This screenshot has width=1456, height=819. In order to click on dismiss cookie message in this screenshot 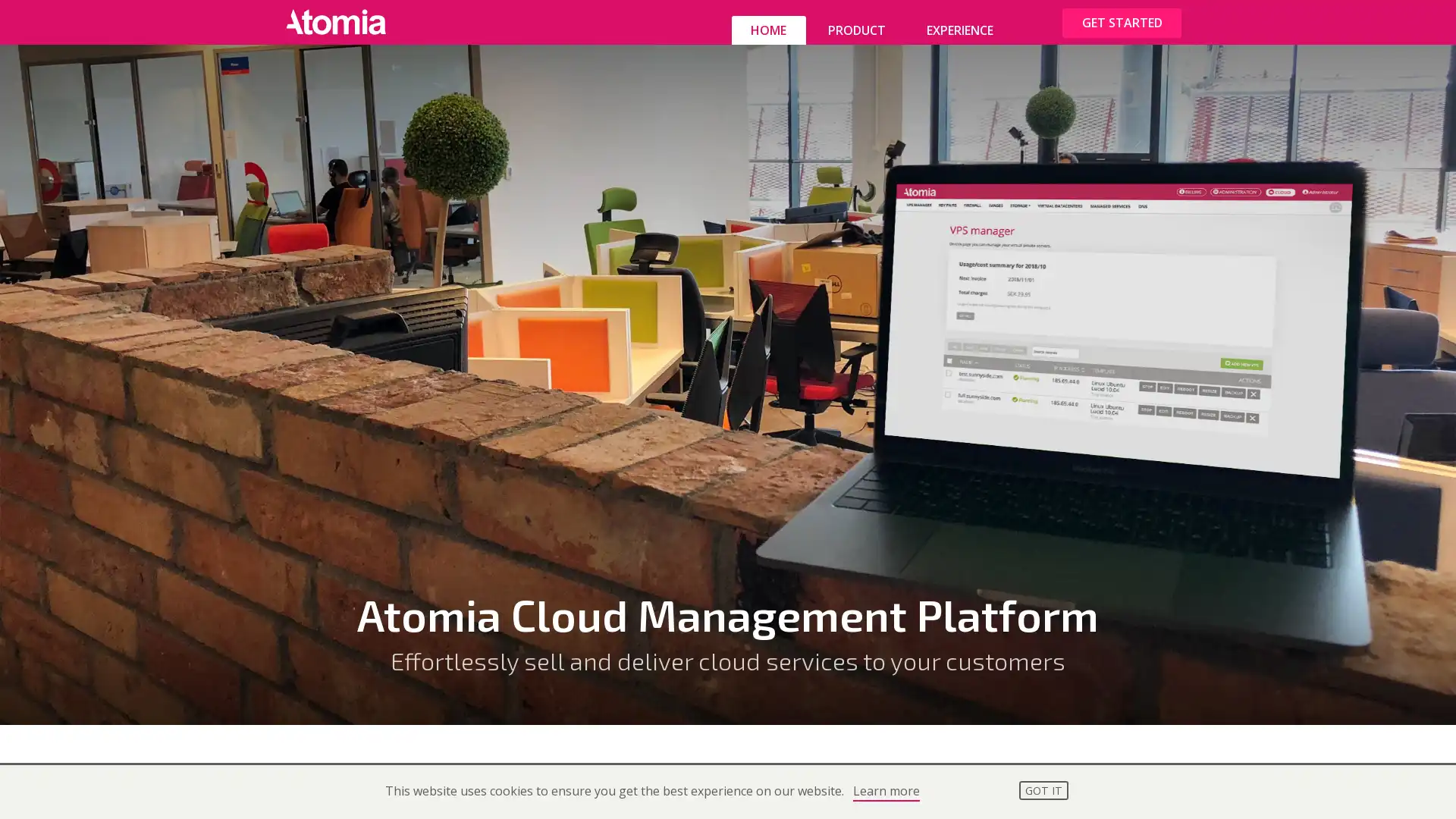, I will do `click(1043, 789)`.